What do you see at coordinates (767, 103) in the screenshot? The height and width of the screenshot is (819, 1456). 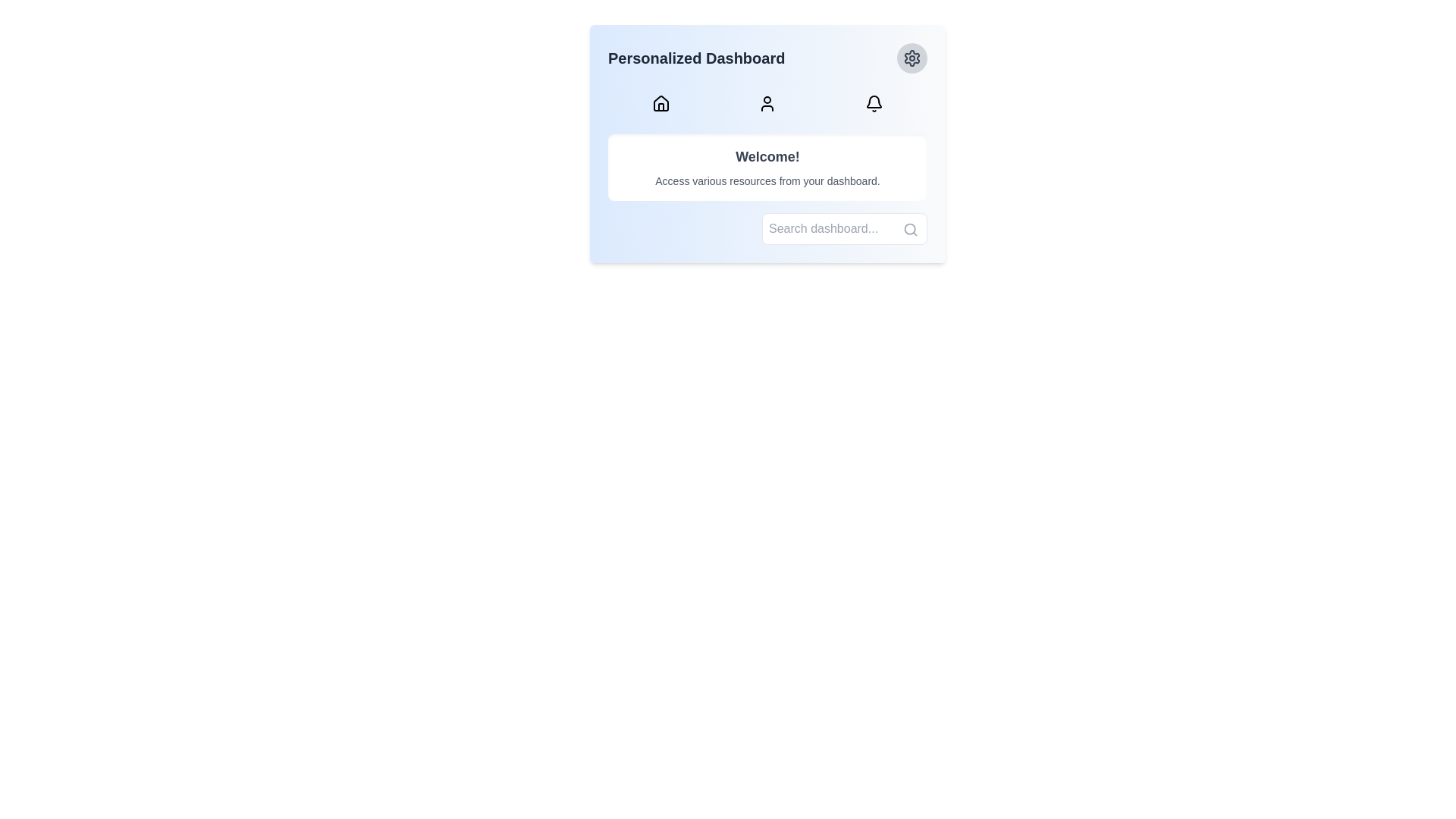 I see `the navigation bar icons for accessibility navigation` at bounding box center [767, 103].